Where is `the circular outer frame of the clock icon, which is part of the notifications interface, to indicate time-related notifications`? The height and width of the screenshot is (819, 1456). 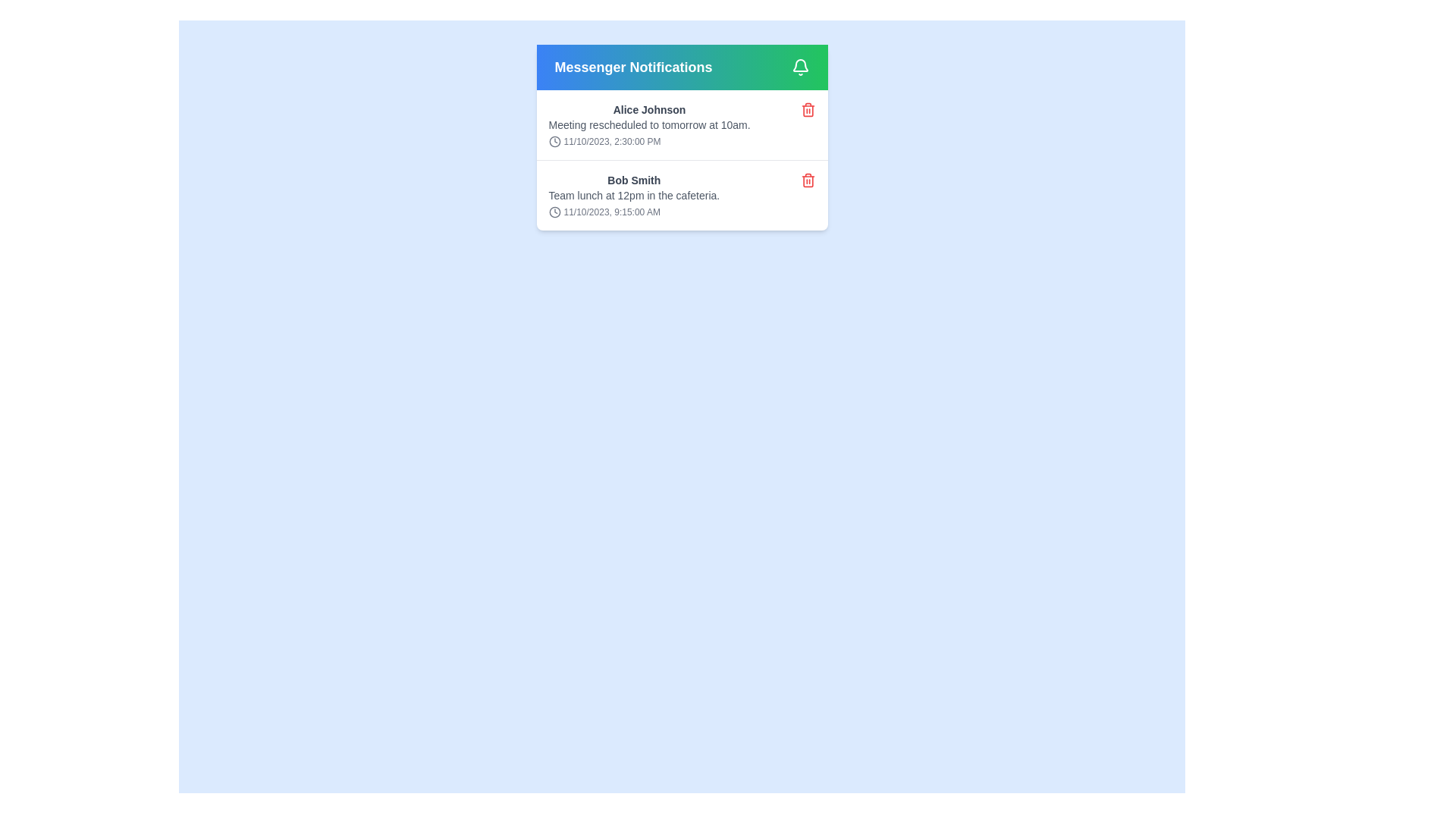
the circular outer frame of the clock icon, which is part of the notifications interface, to indicate time-related notifications is located at coordinates (554, 141).